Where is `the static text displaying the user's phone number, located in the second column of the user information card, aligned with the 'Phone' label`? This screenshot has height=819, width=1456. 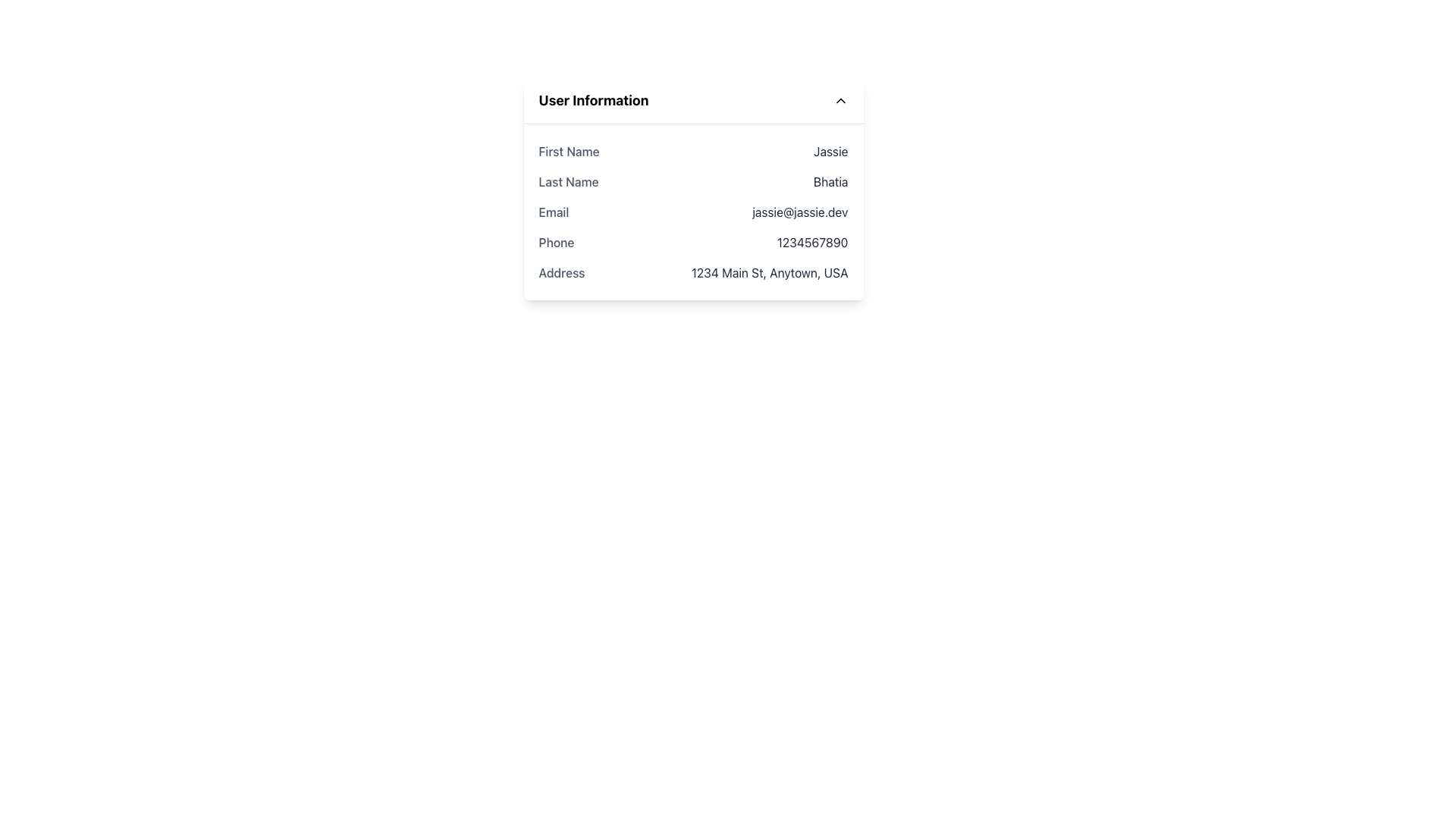
the static text displaying the user's phone number, located in the second column of the user information card, aligned with the 'Phone' label is located at coordinates (811, 242).